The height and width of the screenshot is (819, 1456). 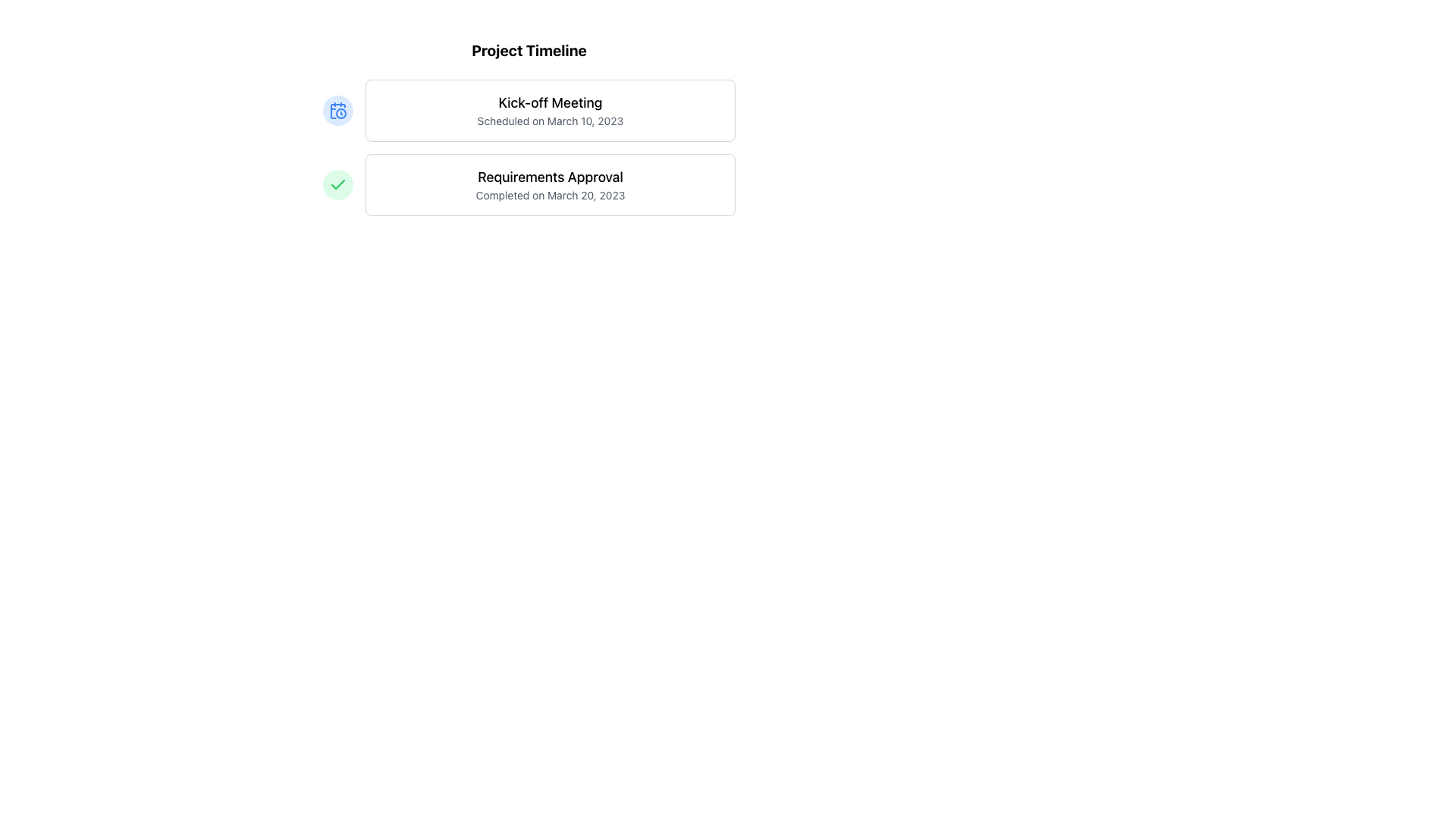 I want to click on the Informational card displaying 'Kick-off Meeting' and 'Scheduled on March 10, 2023' in the 'Project Timeline' interface, so click(x=549, y=110).